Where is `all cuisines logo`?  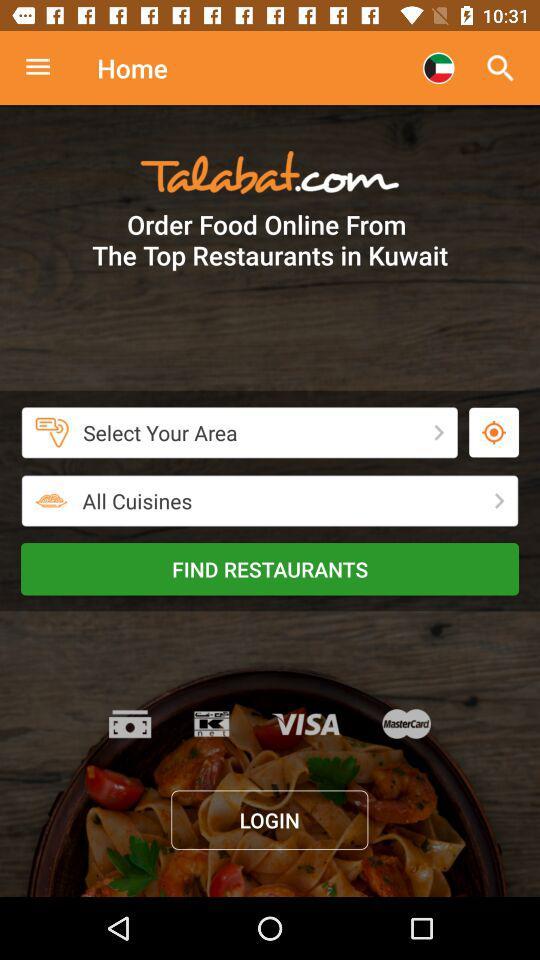
all cuisines logo is located at coordinates (52, 500).